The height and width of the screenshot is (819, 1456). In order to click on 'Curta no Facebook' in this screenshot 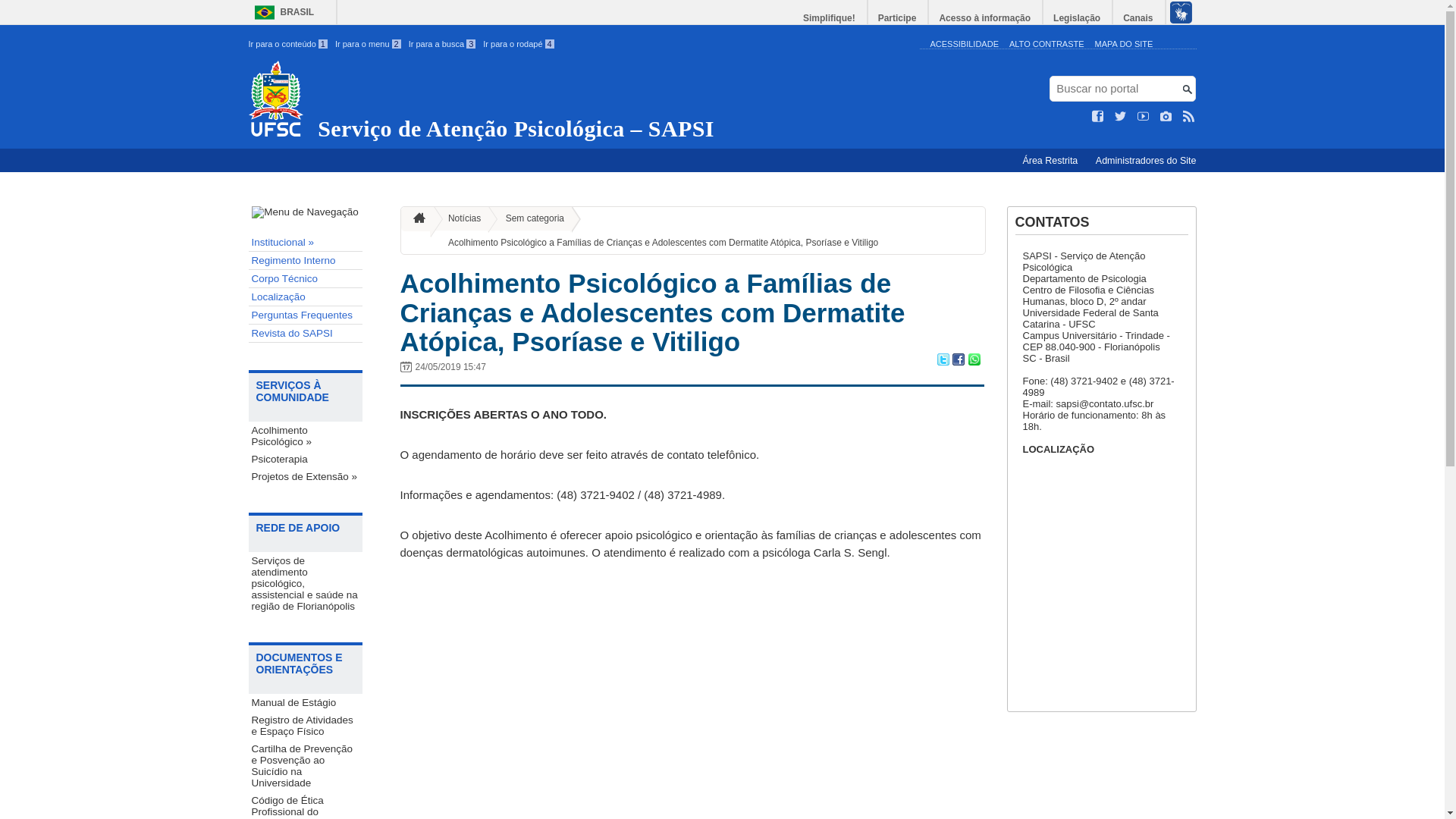, I will do `click(1092, 116)`.